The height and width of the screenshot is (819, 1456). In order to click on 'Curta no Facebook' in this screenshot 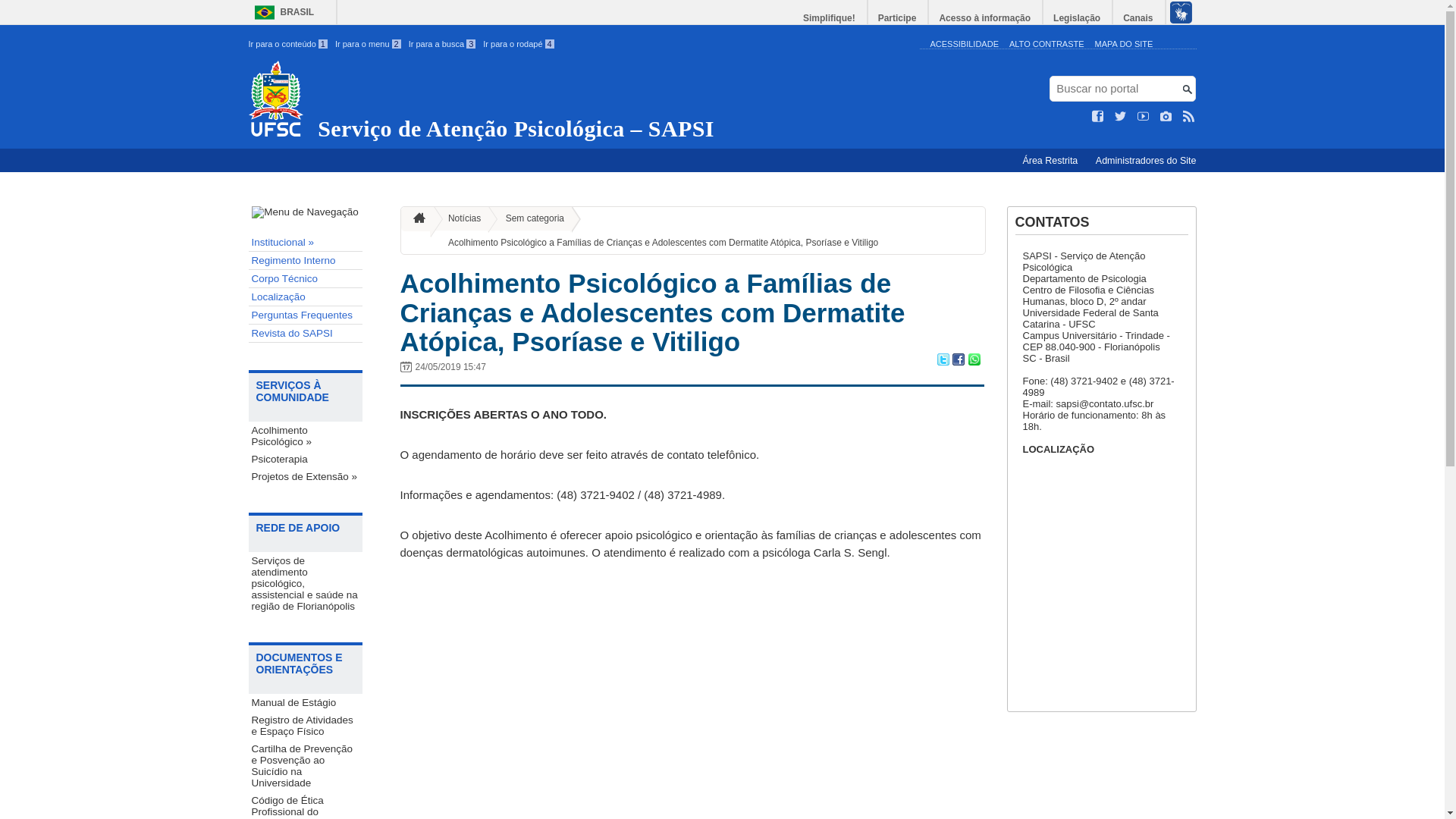, I will do `click(1092, 116)`.